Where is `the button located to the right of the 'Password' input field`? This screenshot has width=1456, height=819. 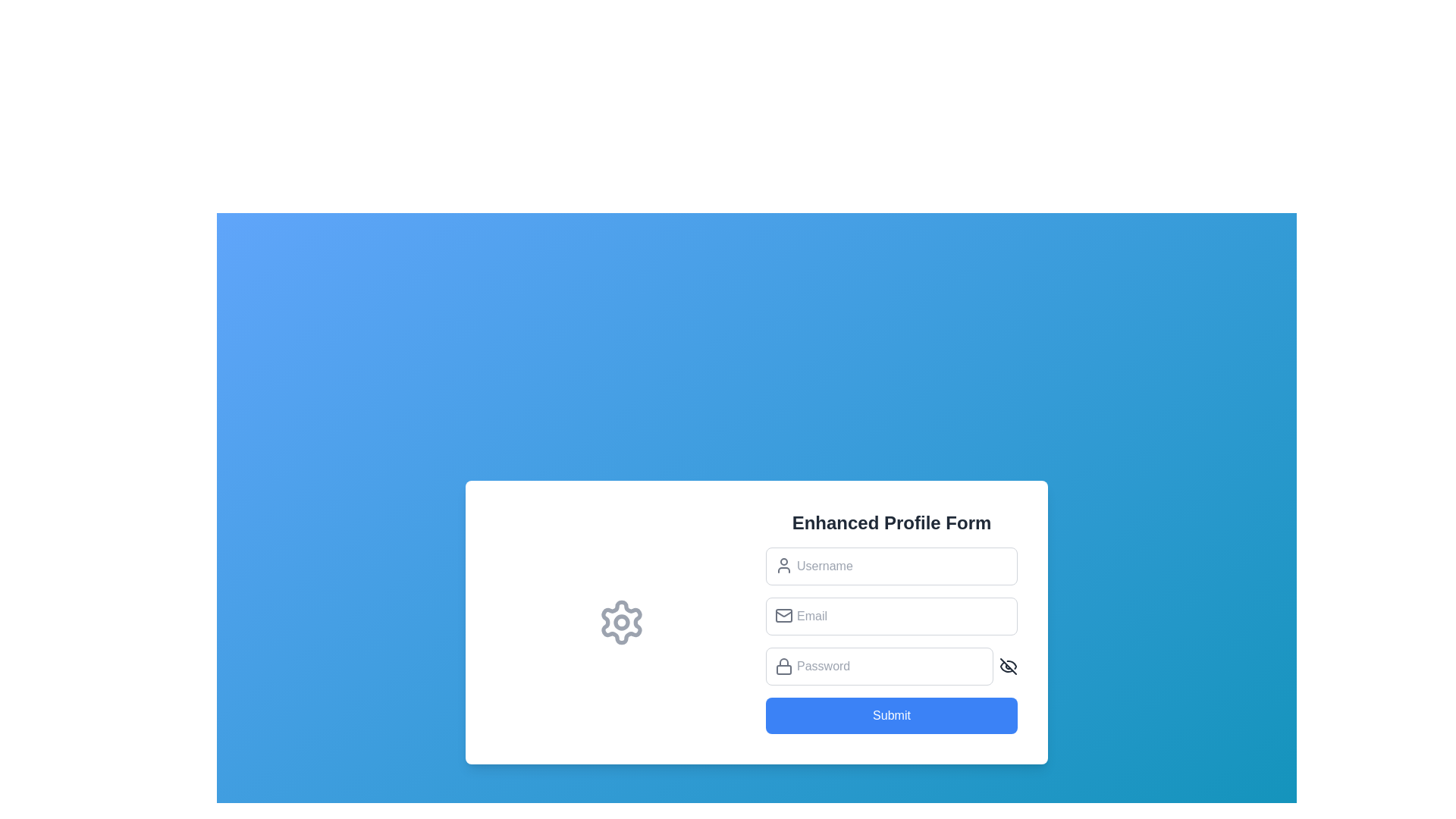
the button located to the right of the 'Password' input field is located at coordinates (1008, 666).